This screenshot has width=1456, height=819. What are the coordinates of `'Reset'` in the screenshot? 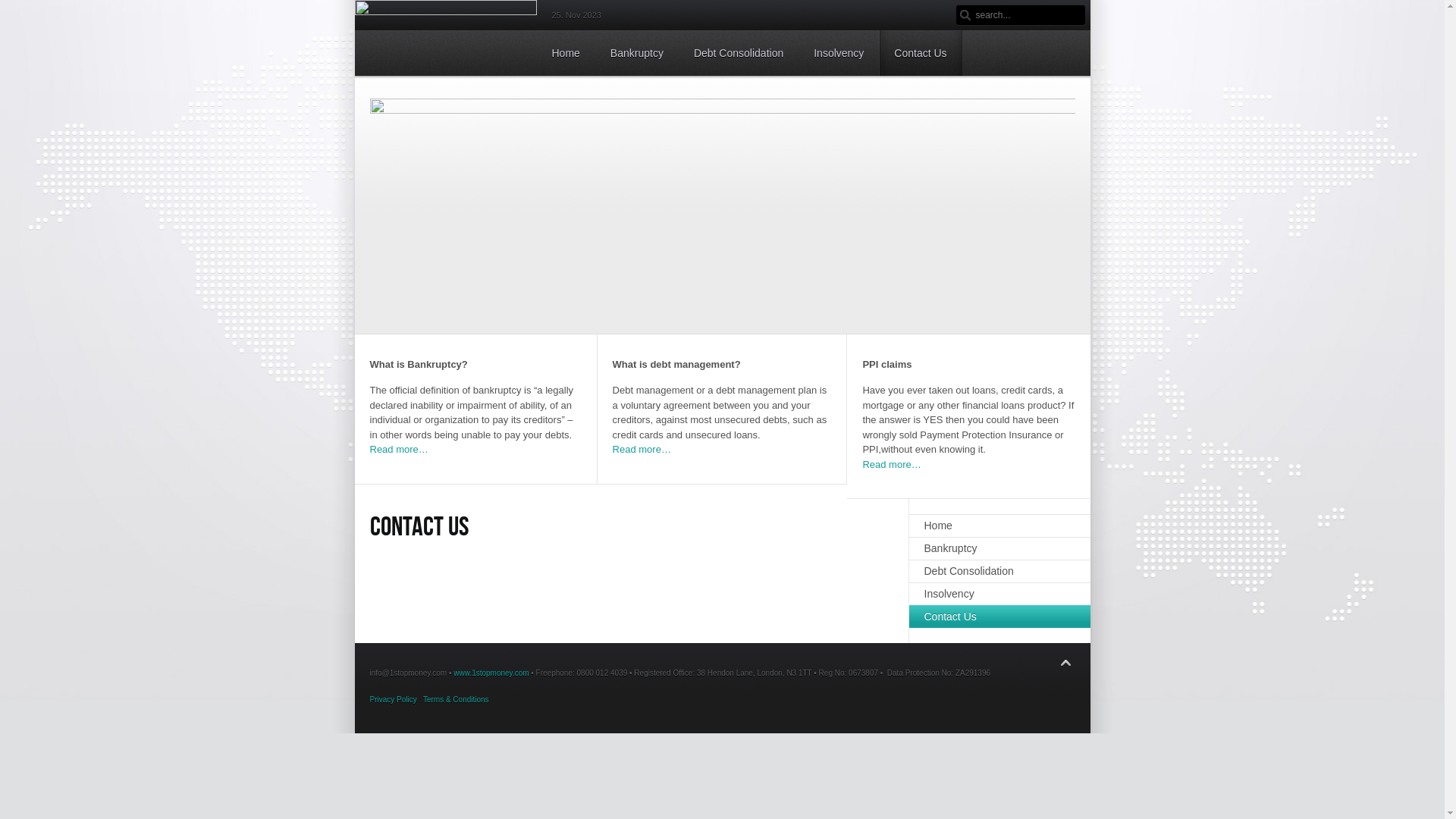 It's located at (8, 9).